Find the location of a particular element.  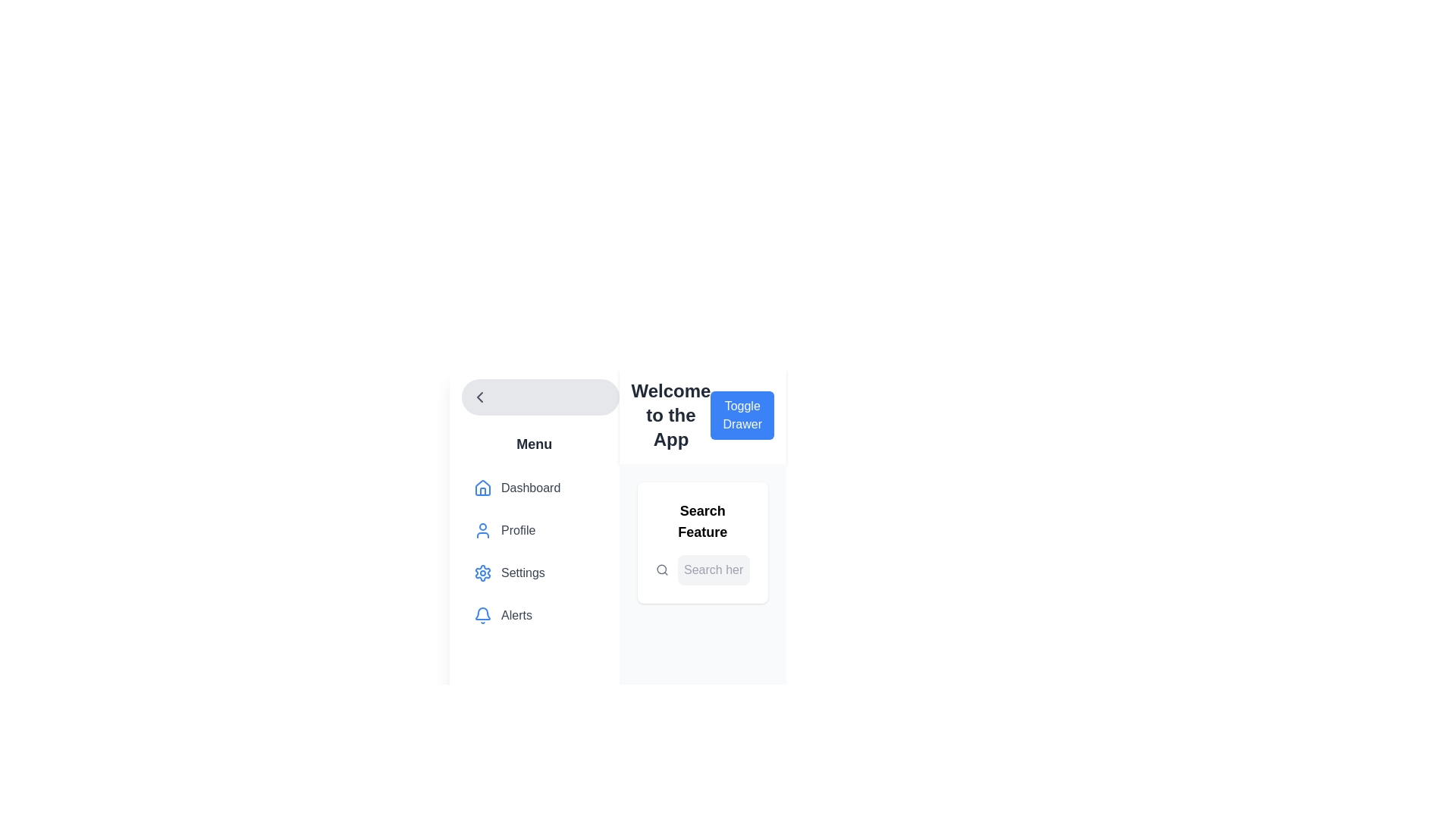

the button located to the right of the title text 'Welcome to the App' is located at coordinates (742, 415).